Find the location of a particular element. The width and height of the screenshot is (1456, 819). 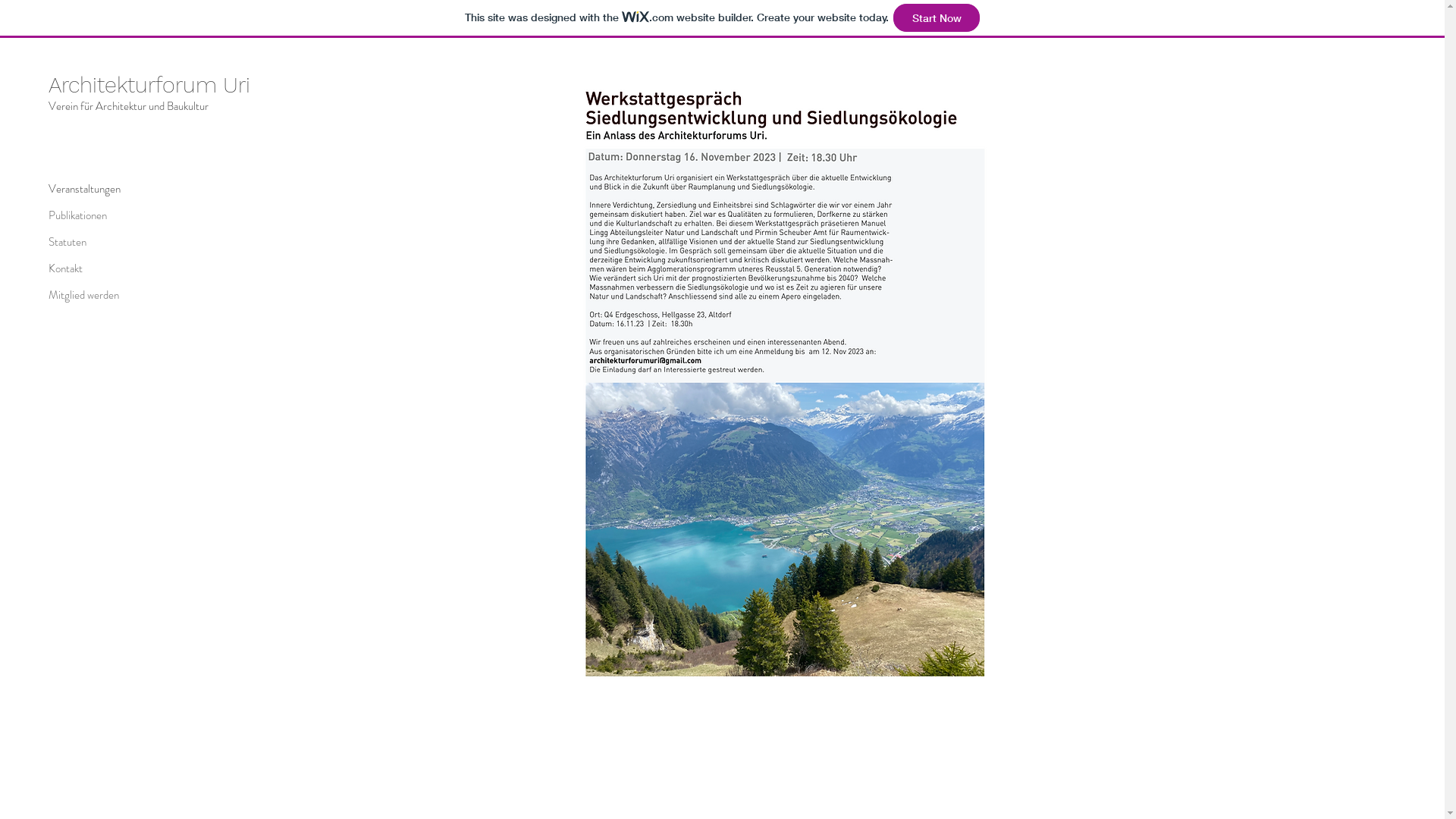

'Architekturforum Uri' is located at coordinates (149, 84).